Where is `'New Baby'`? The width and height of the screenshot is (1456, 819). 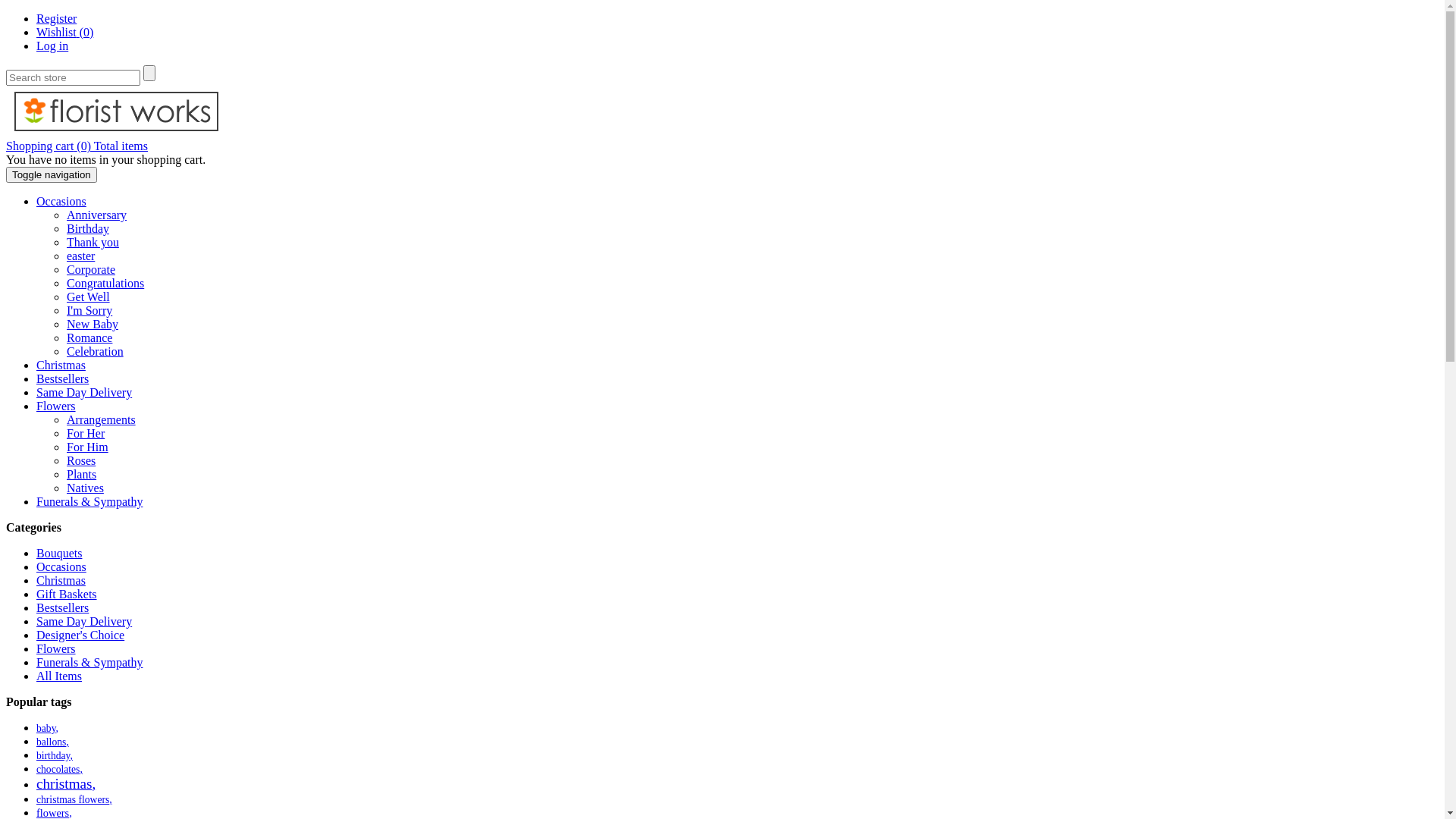
'New Baby' is located at coordinates (91, 323).